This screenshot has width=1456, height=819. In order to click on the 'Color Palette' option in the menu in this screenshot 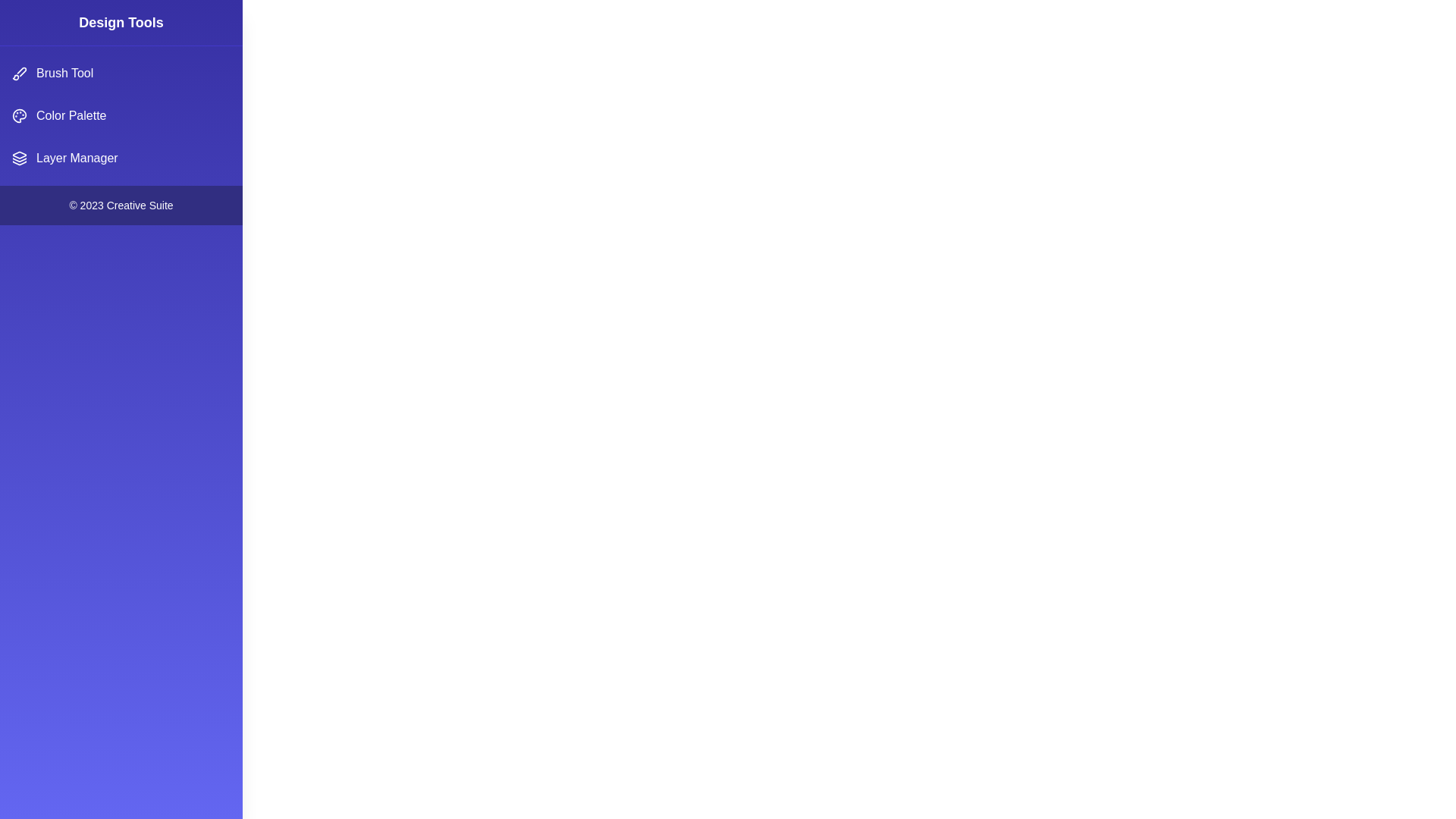, I will do `click(120, 115)`.